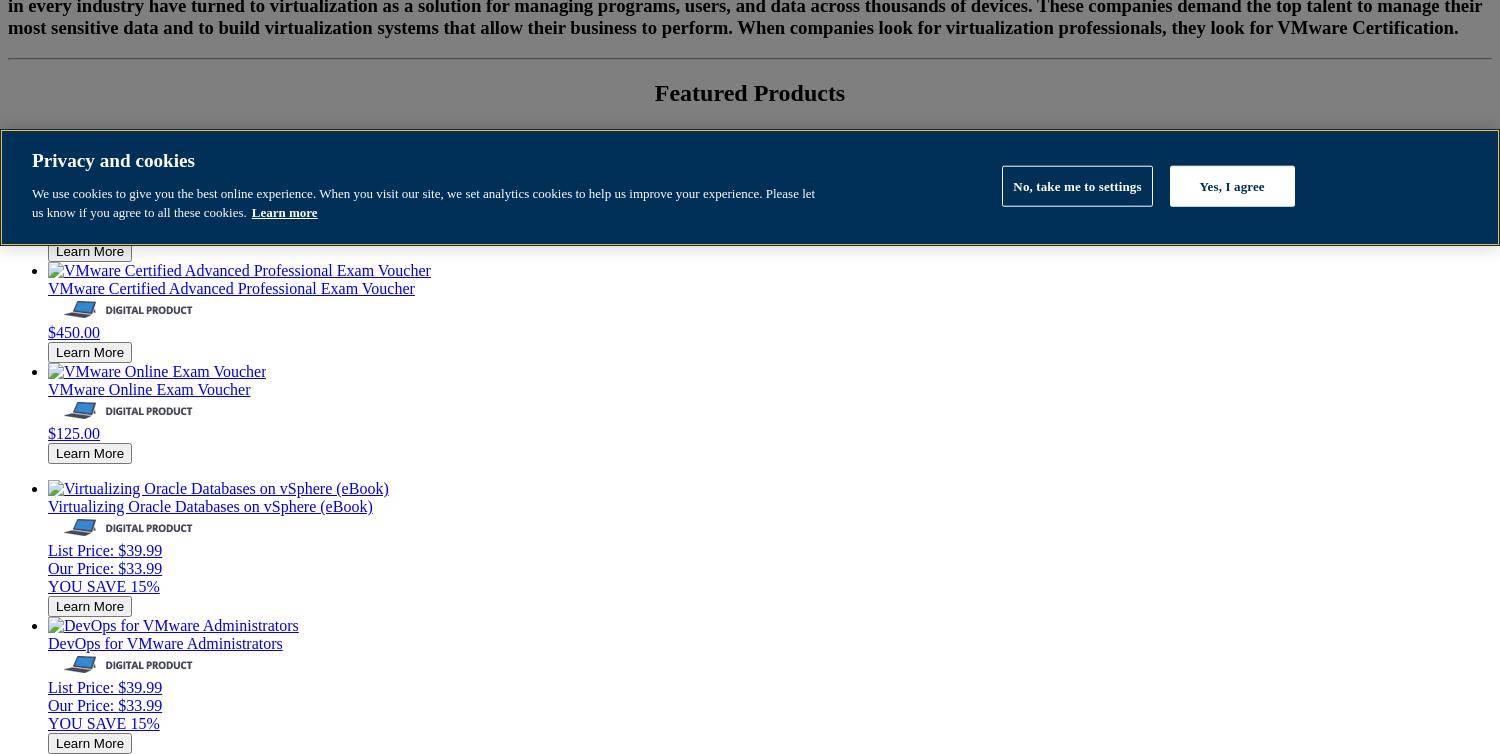 The width and height of the screenshot is (1500, 754). What do you see at coordinates (230, 286) in the screenshot?
I see `'VMware Certified Advanced Professional Exam Voucher'` at bounding box center [230, 286].